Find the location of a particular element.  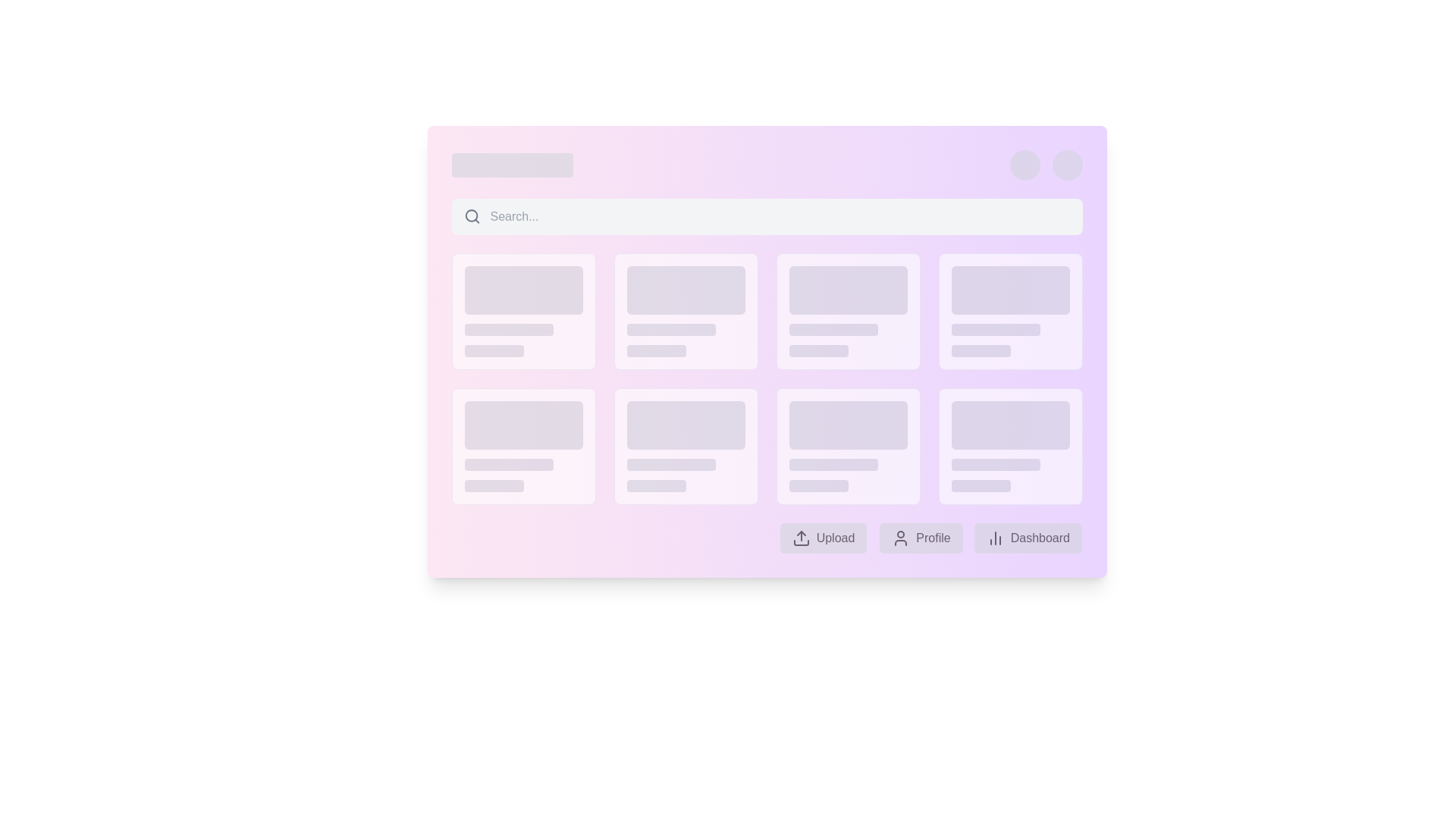

the first button from the left in the horizontal row of buttons is located at coordinates (823, 537).